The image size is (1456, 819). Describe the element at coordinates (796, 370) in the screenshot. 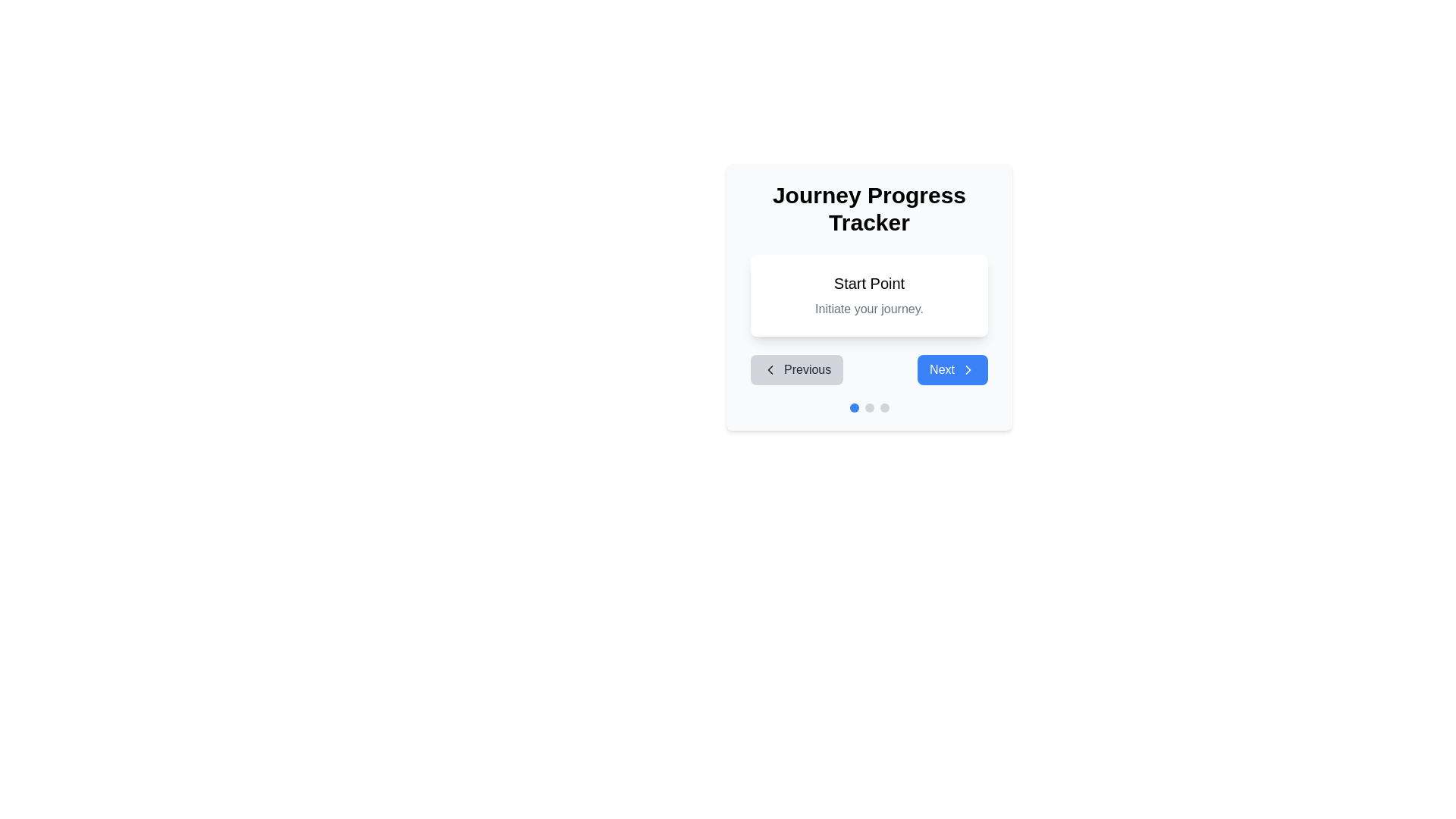

I see `the leftmost button in the 'Journey Progress Tracker' modal` at that location.